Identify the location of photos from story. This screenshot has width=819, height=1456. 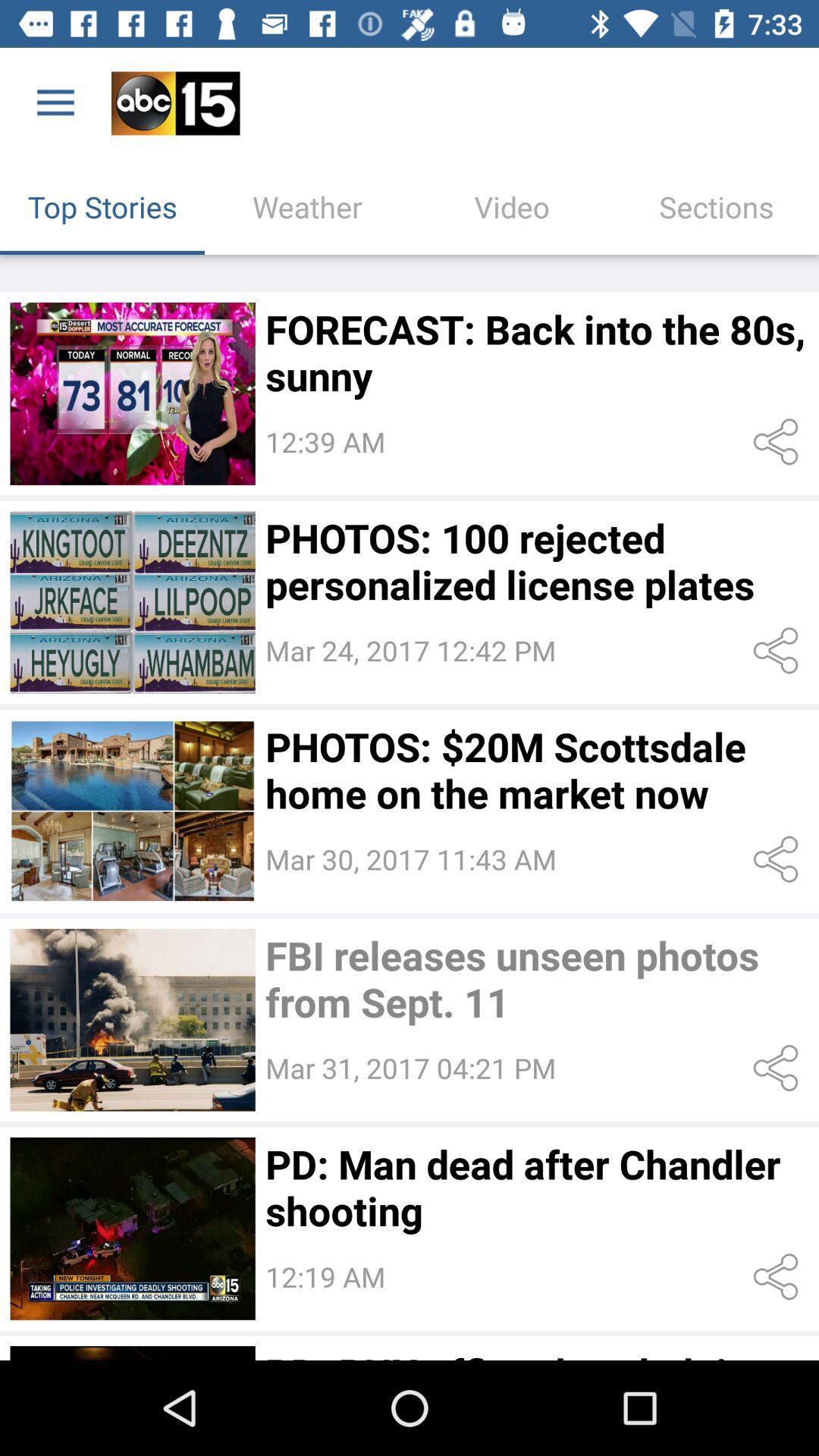
(132, 810).